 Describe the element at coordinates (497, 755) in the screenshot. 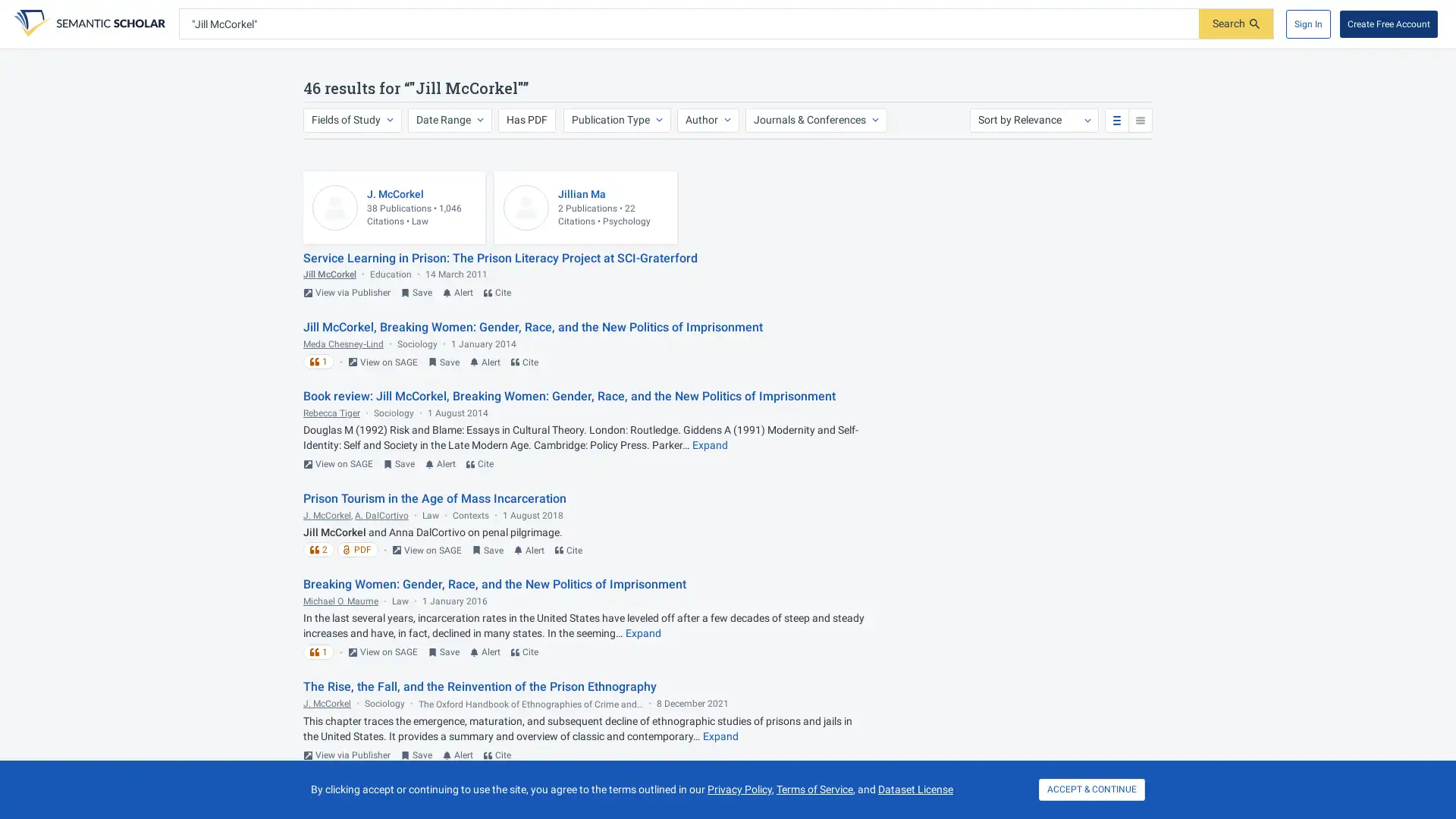

I see `Cite this paper` at that location.